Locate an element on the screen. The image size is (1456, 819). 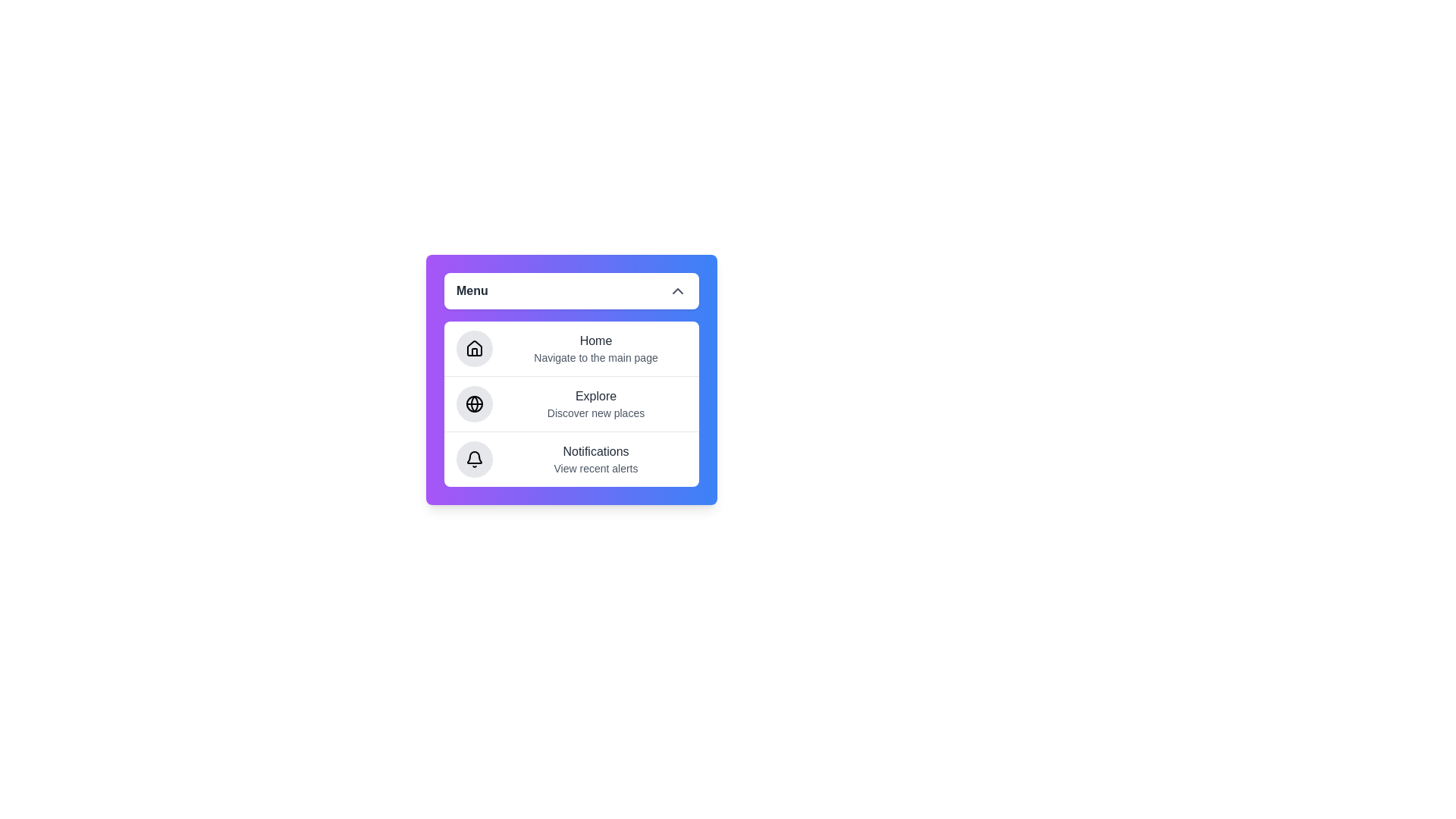
the 'Notifications' option in the menu is located at coordinates (570, 458).